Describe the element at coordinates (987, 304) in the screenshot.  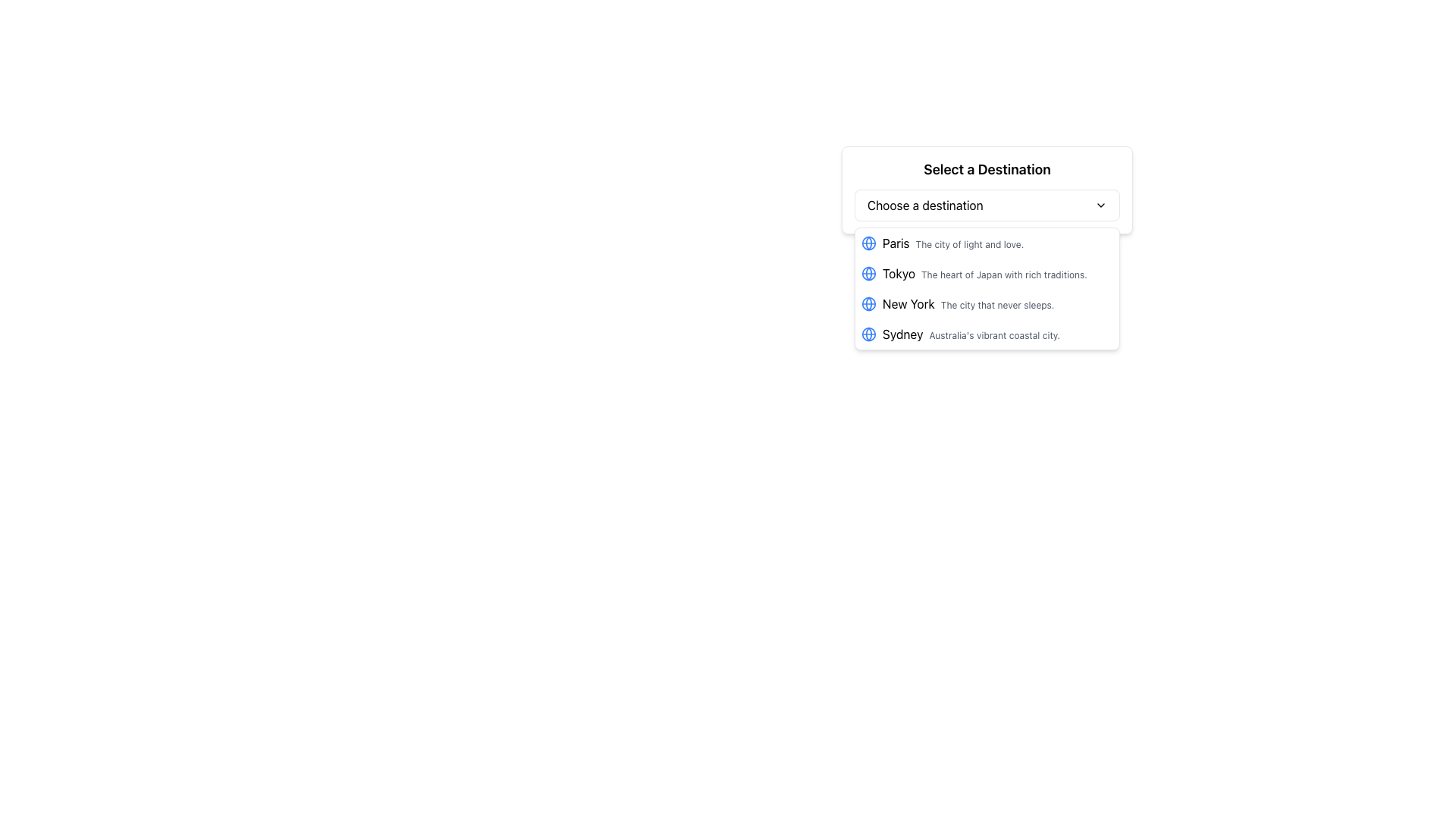
I see `the selectable element 'New York' with the tagline 'The city that never sleeps.' located in the dropdown 'Select a Destination'` at that location.